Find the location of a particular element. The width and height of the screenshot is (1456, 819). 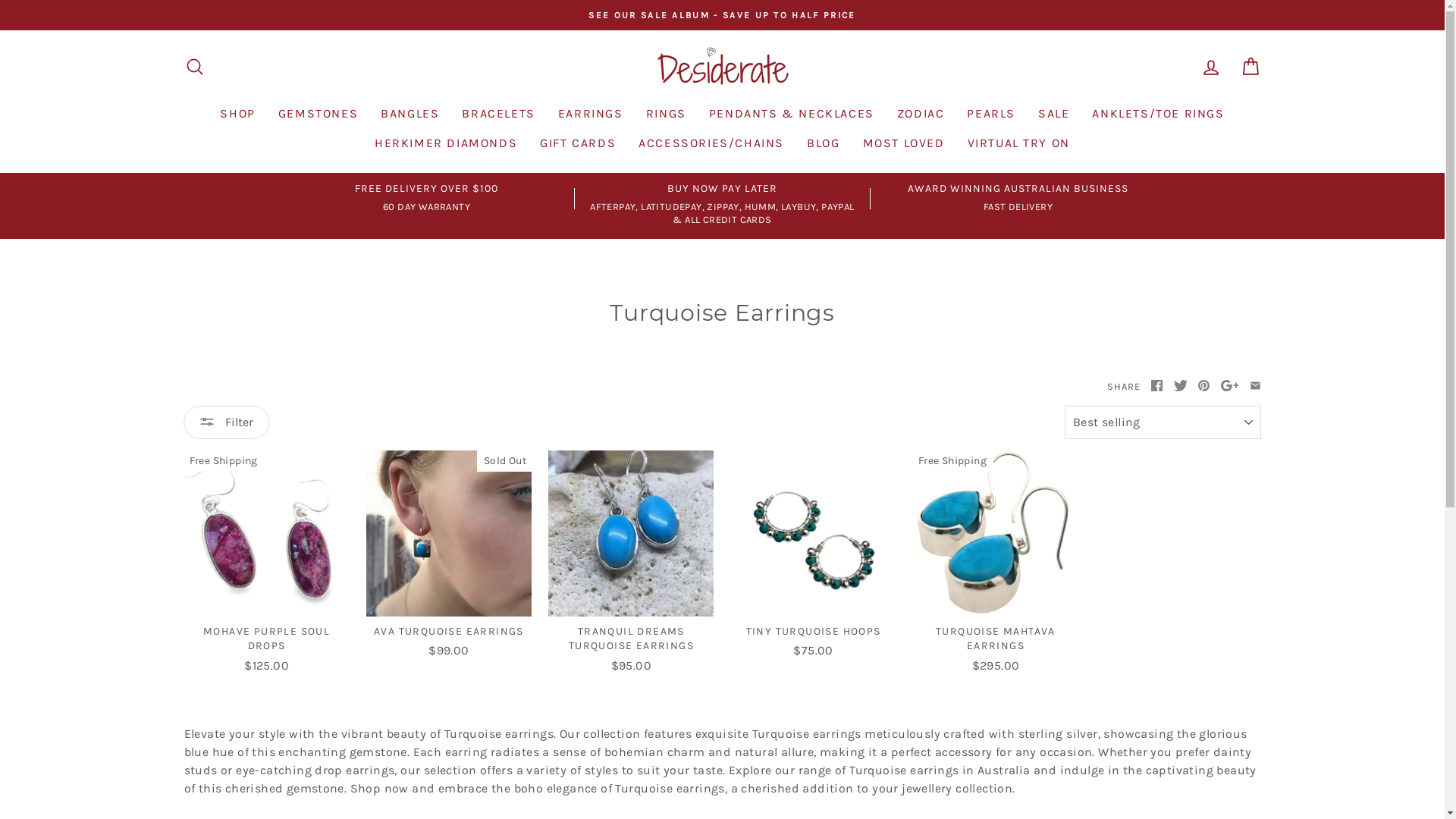

'Pinterest' is located at coordinates (1203, 385).